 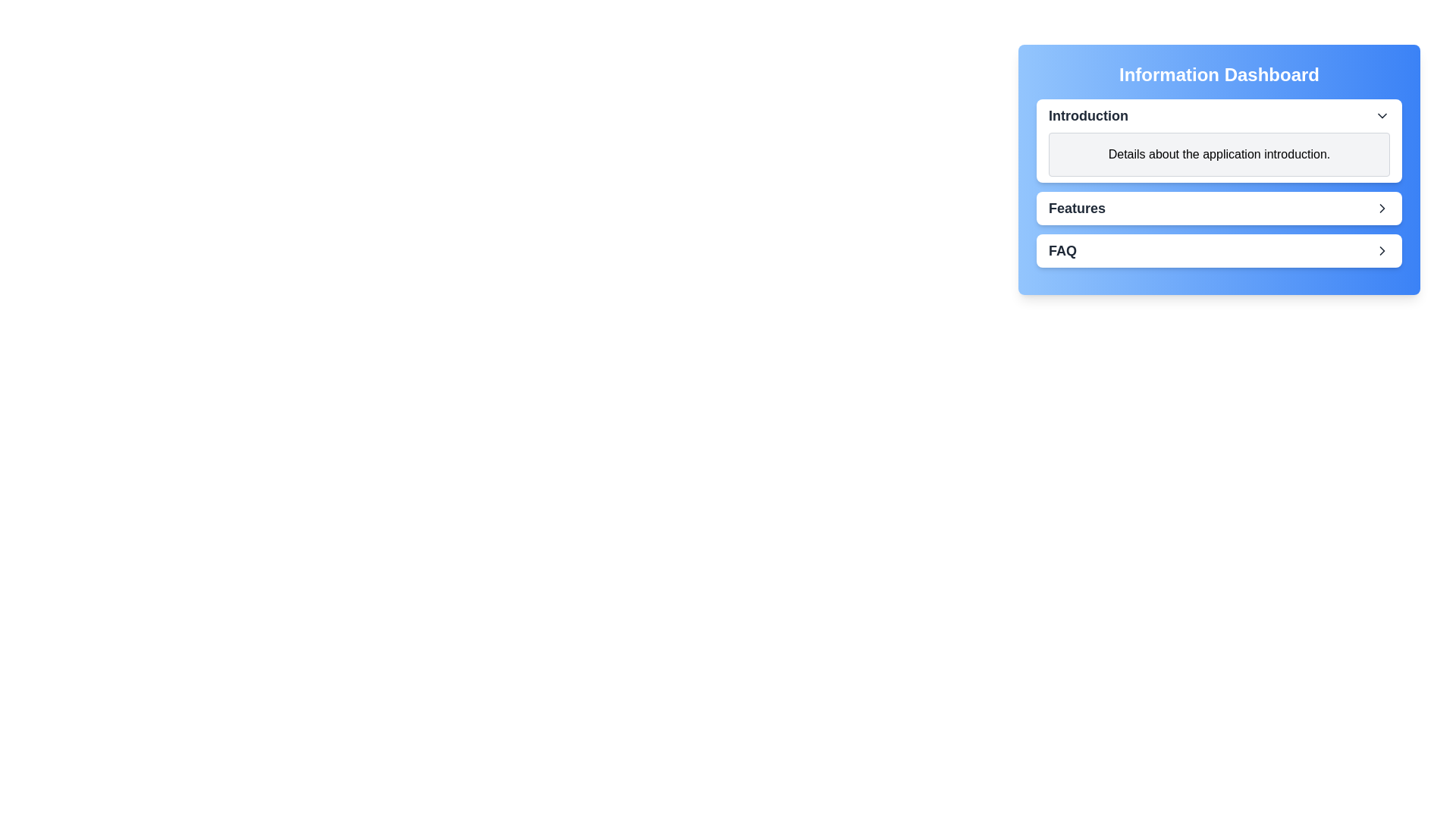 What do you see at coordinates (1382, 208) in the screenshot?
I see `the right-pointing chevron icon located inside the button next to the 'Features' button in the 'Information Dashboard' section` at bounding box center [1382, 208].